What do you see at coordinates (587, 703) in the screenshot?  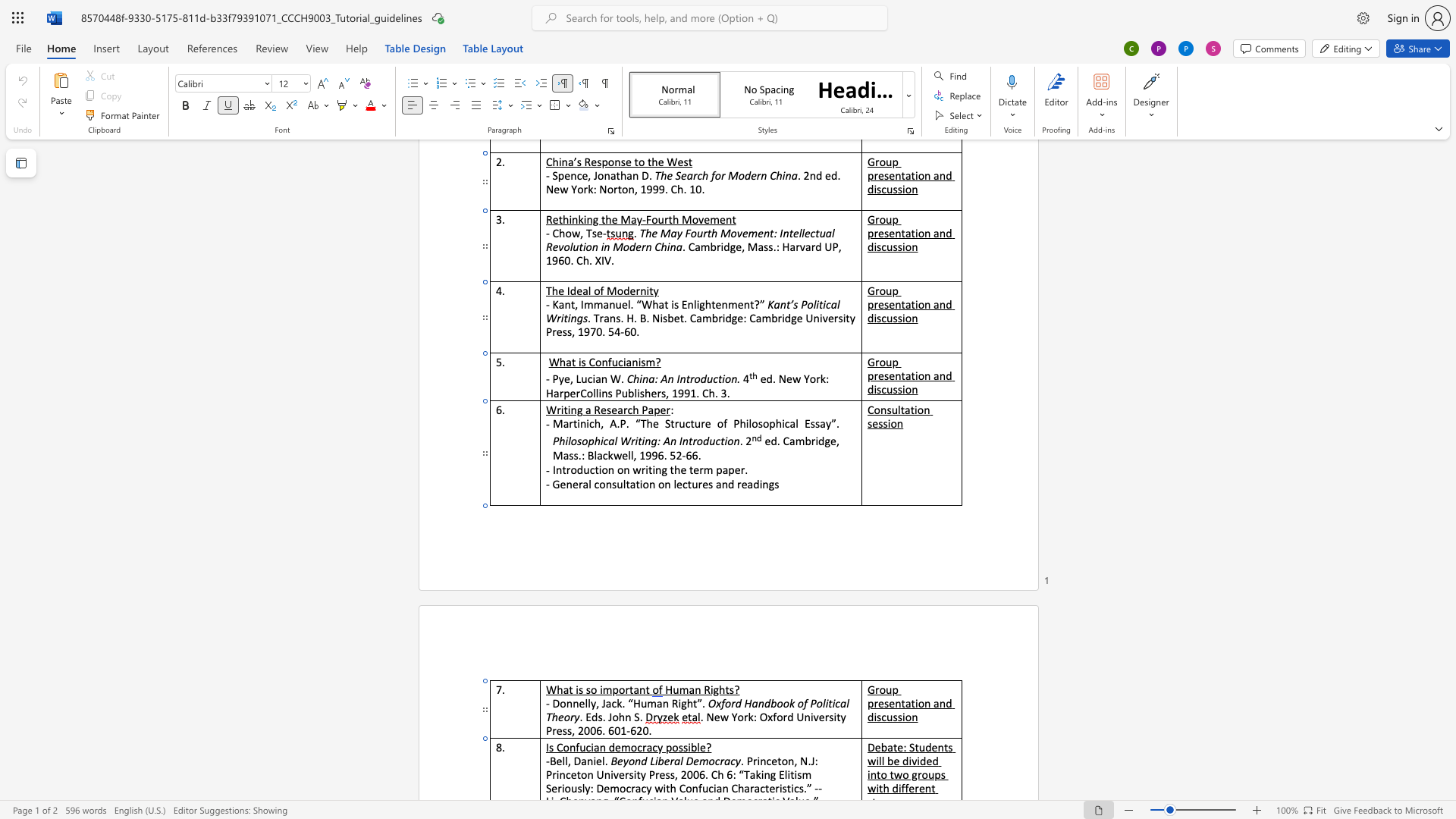 I see `the space between the continuous character "l" and "l" in the text` at bounding box center [587, 703].